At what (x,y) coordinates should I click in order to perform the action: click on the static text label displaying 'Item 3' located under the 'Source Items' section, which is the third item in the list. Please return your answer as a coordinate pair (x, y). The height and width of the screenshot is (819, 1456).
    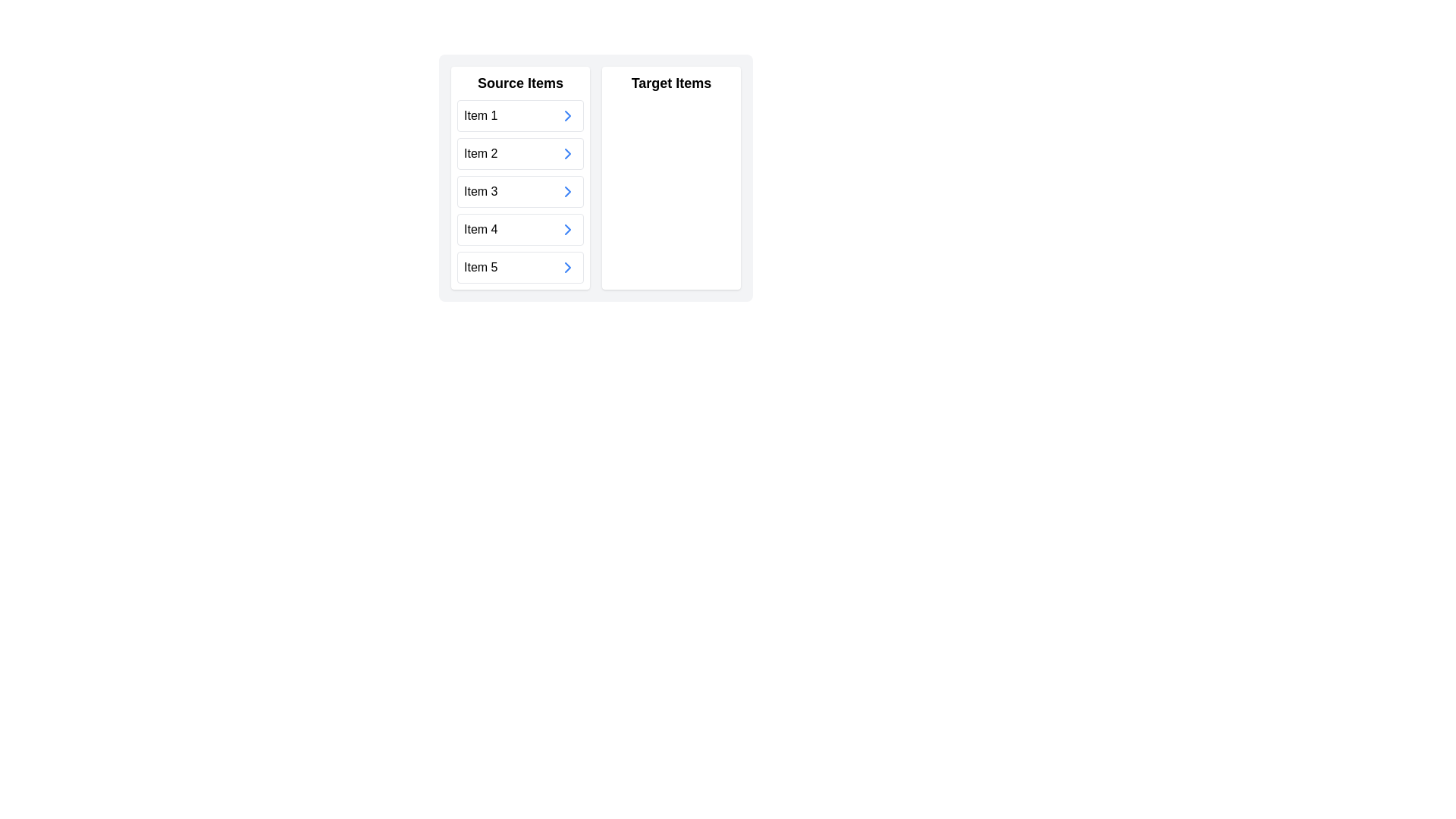
    Looking at the image, I should click on (480, 191).